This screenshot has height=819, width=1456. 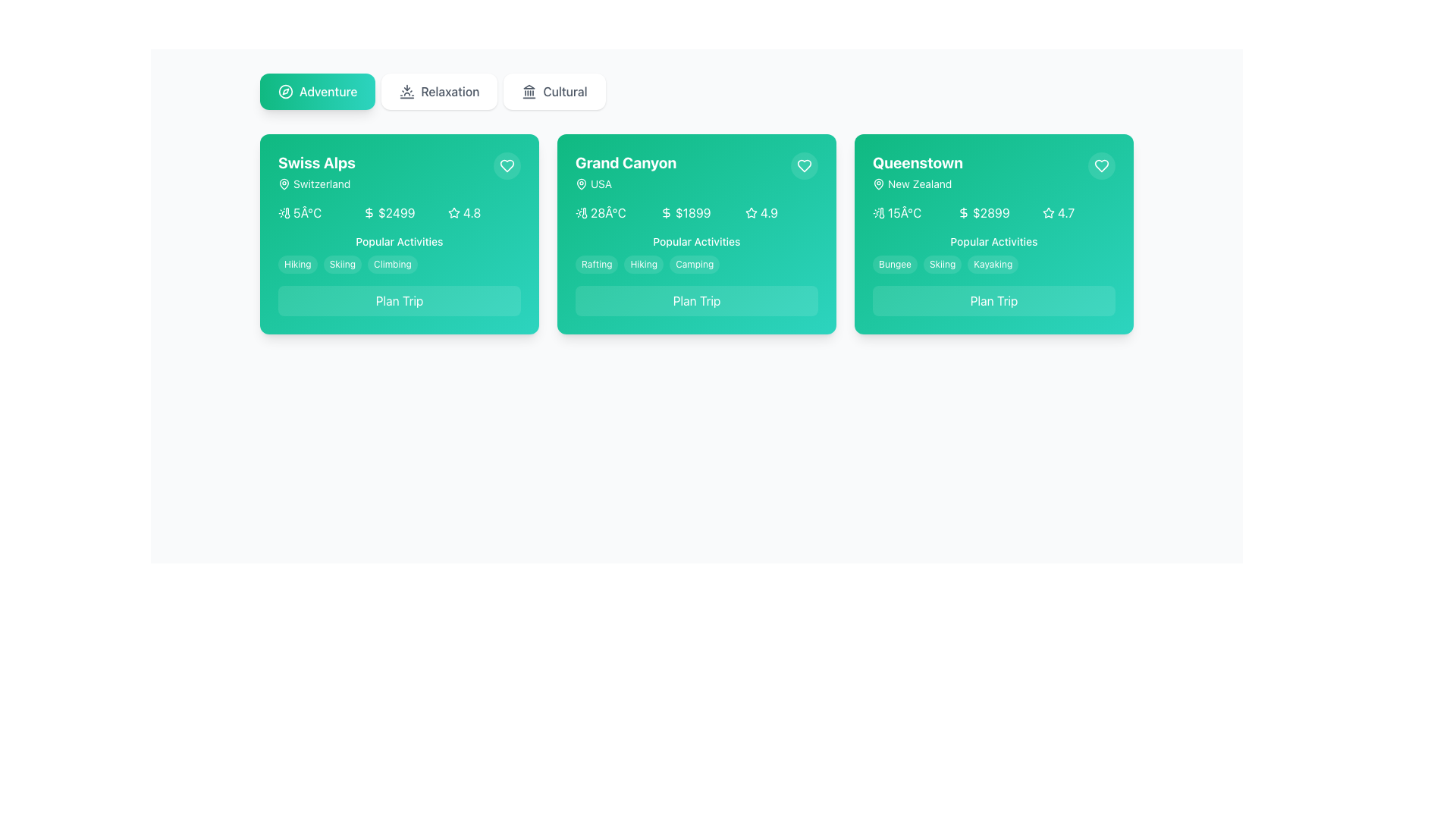 I want to click on the information displayed on the interactive travel card located at the top left corner, which includes details about the destination, temperature, cost, rating, and activities, by clicking on the card, so click(x=400, y=234).